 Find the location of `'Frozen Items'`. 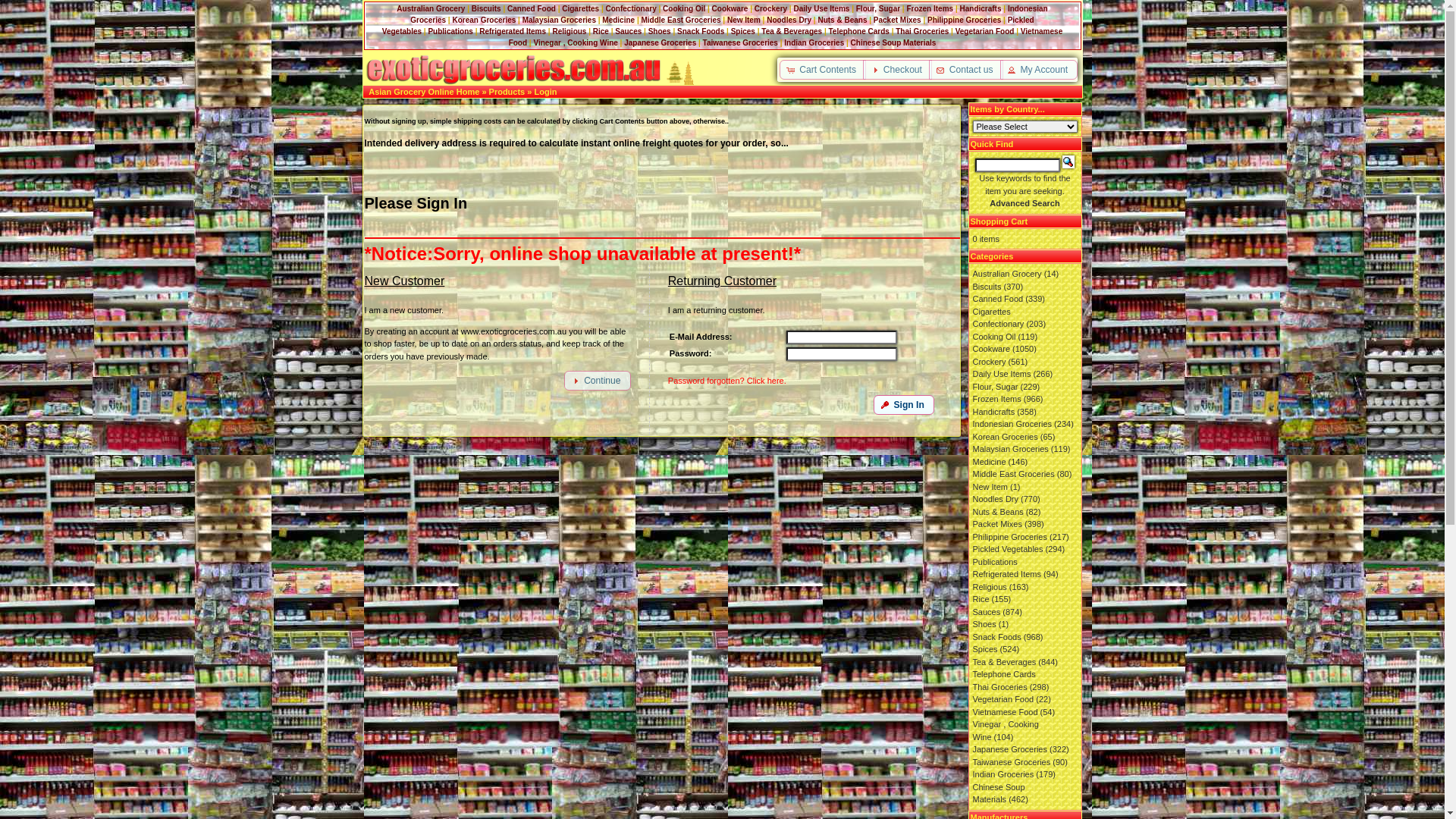

'Frozen Items' is located at coordinates (928, 8).